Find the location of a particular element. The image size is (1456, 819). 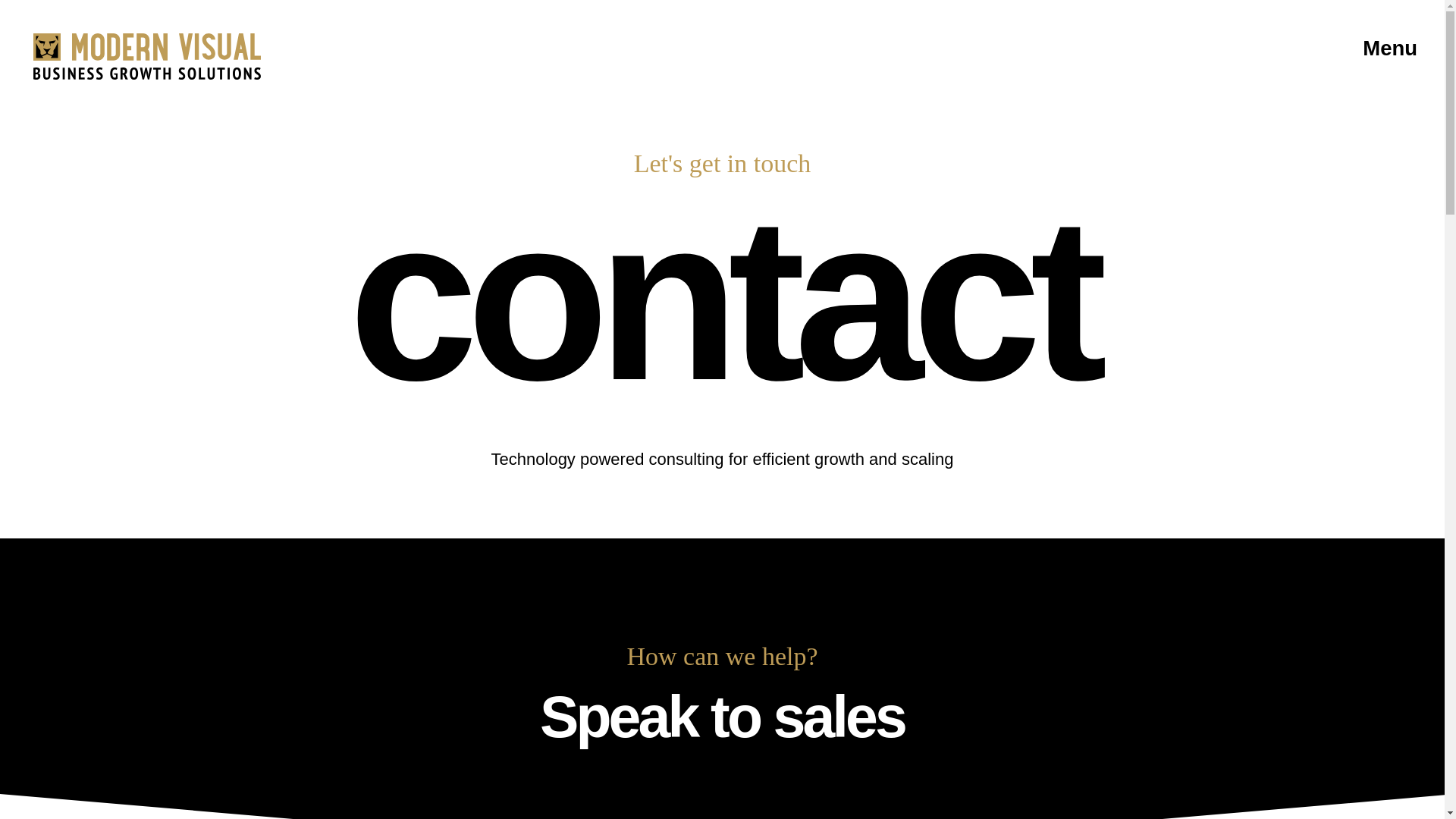

'Menu' is located at coordinates (1357, 47).